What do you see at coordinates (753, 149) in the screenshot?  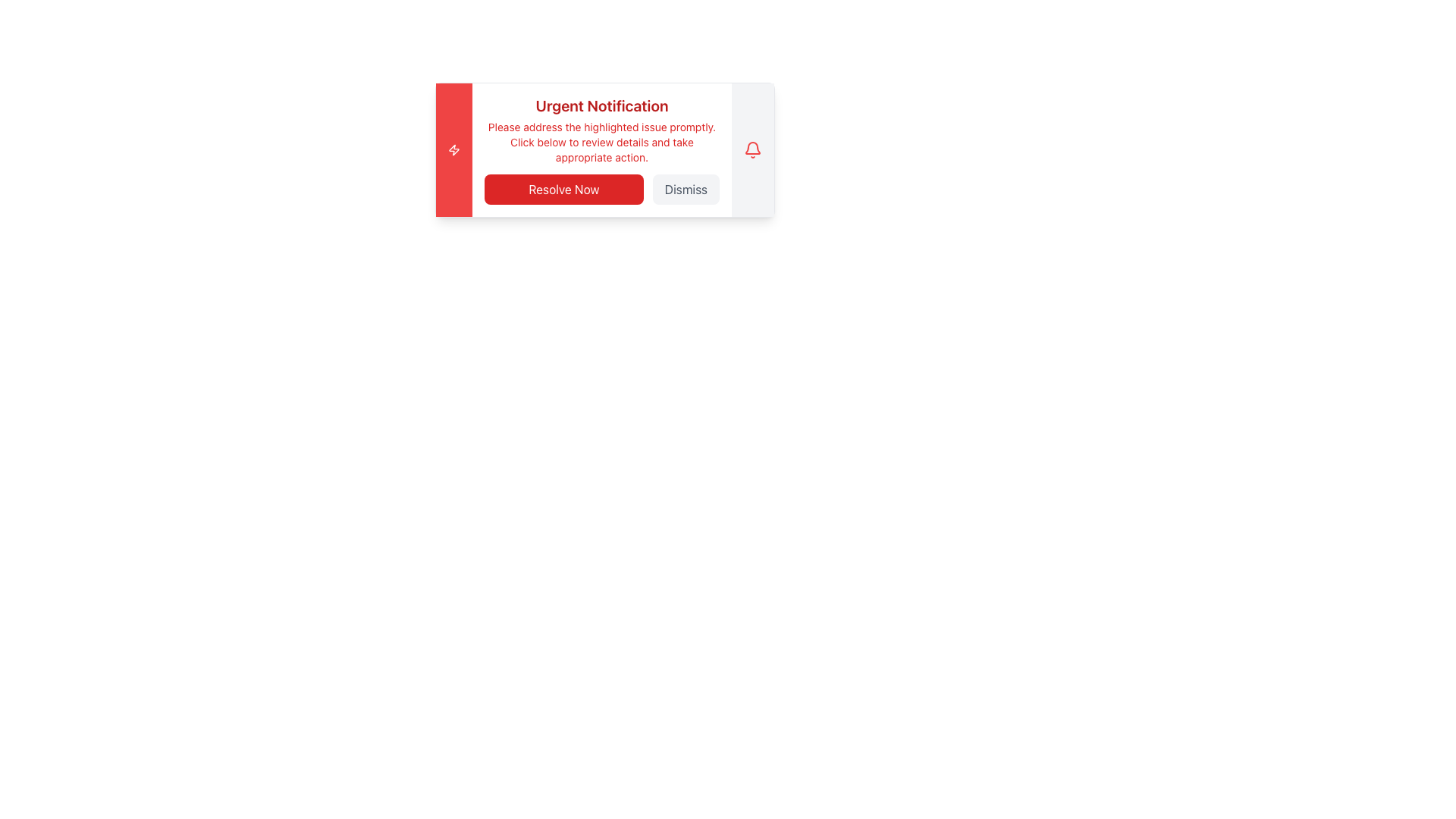 I see `the notification icon located at the far right of the notification card, next to the 'Dismiss' button` at bounding box center [753, 149].